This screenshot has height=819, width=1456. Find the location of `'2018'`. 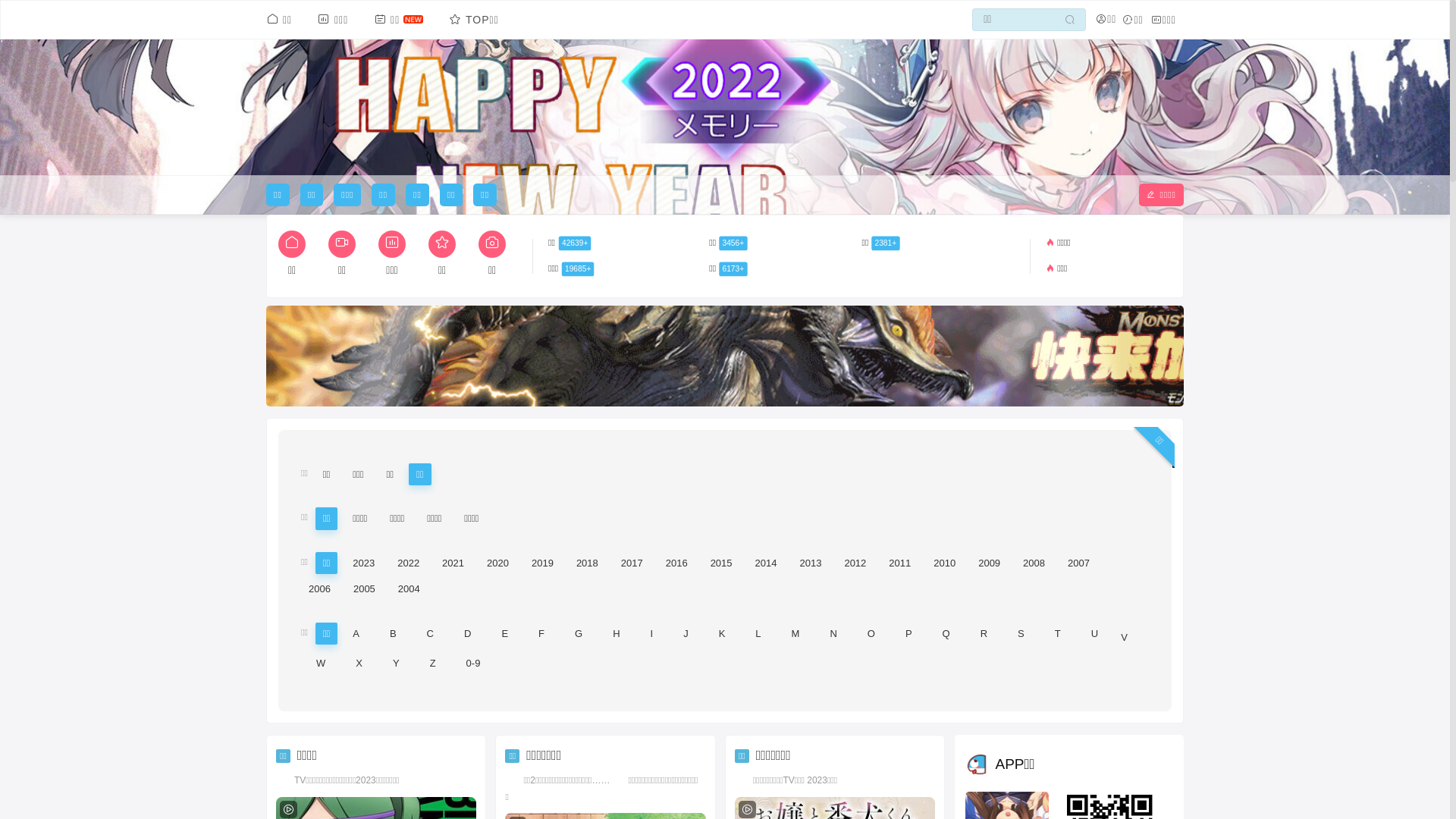

'2018' is located at coordinates (586, 563).